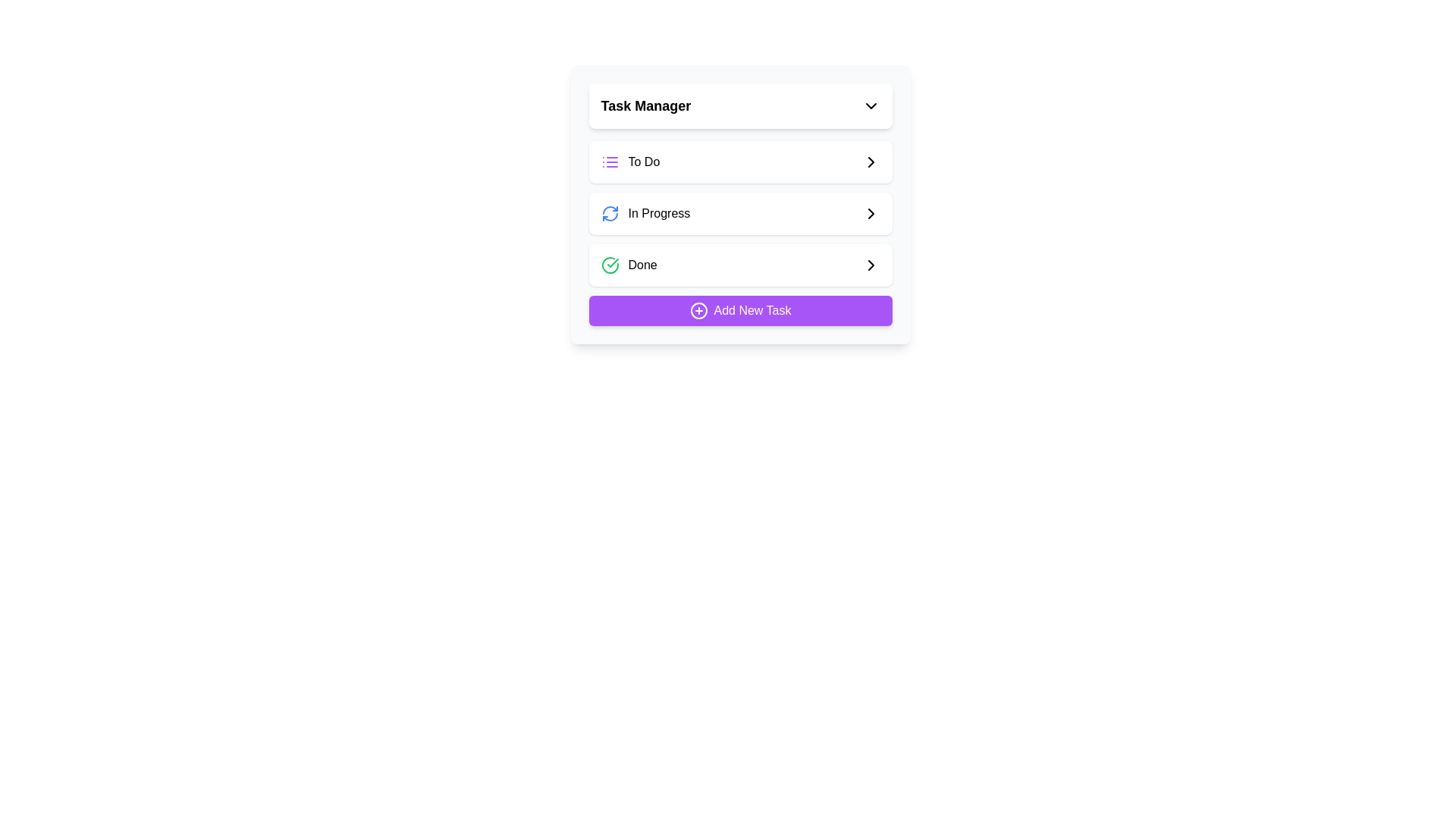 The image size is (1456, 819). What do you see at coordinates (610, 265) in the screenshot?
I see `the completion indicator icon located in the 'Done' section of the task management interface, positioned left of the 'Done' text` at bounding box center [610, 265].